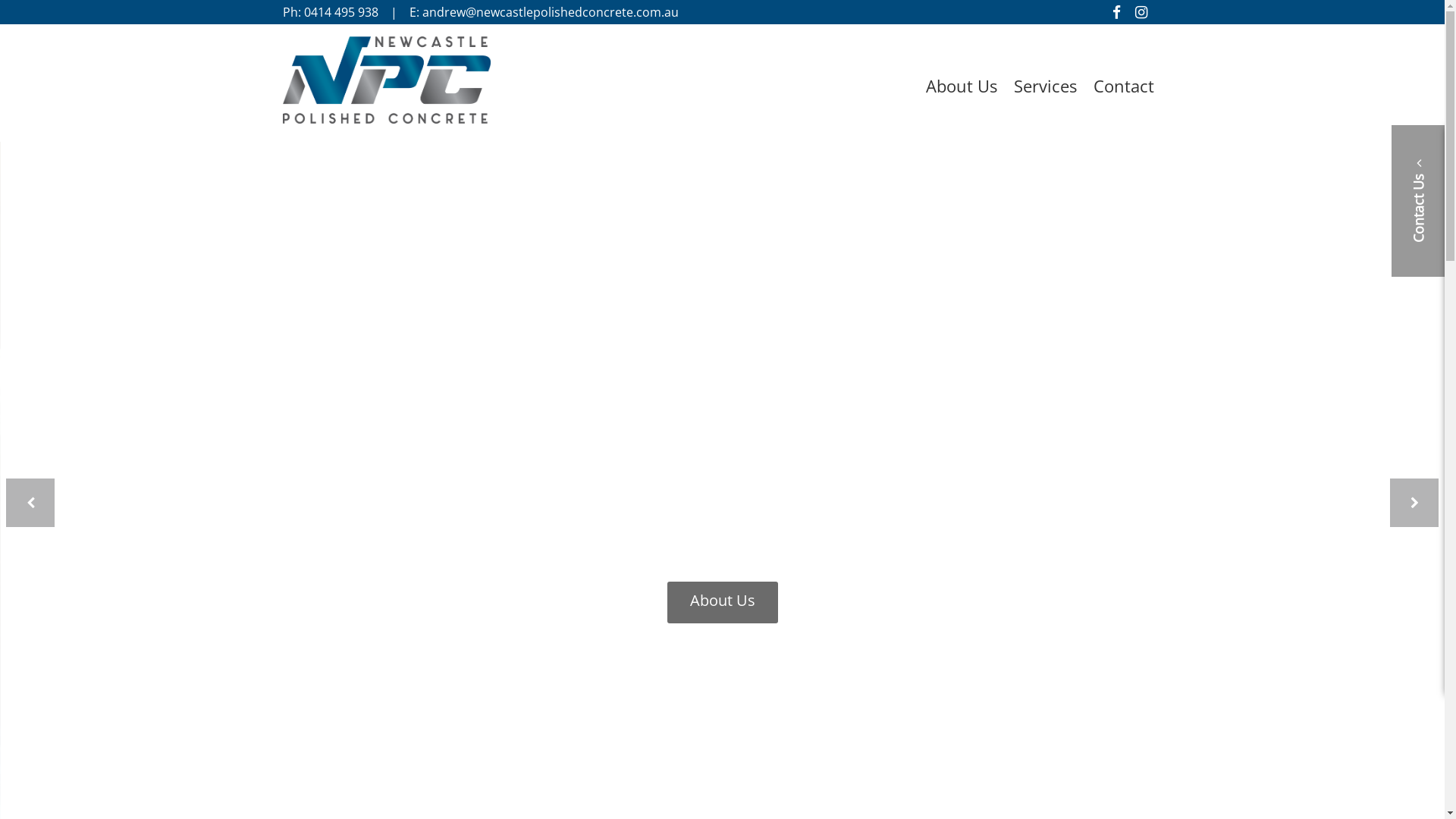  I want to click on 'About Us', so click(960, 85).